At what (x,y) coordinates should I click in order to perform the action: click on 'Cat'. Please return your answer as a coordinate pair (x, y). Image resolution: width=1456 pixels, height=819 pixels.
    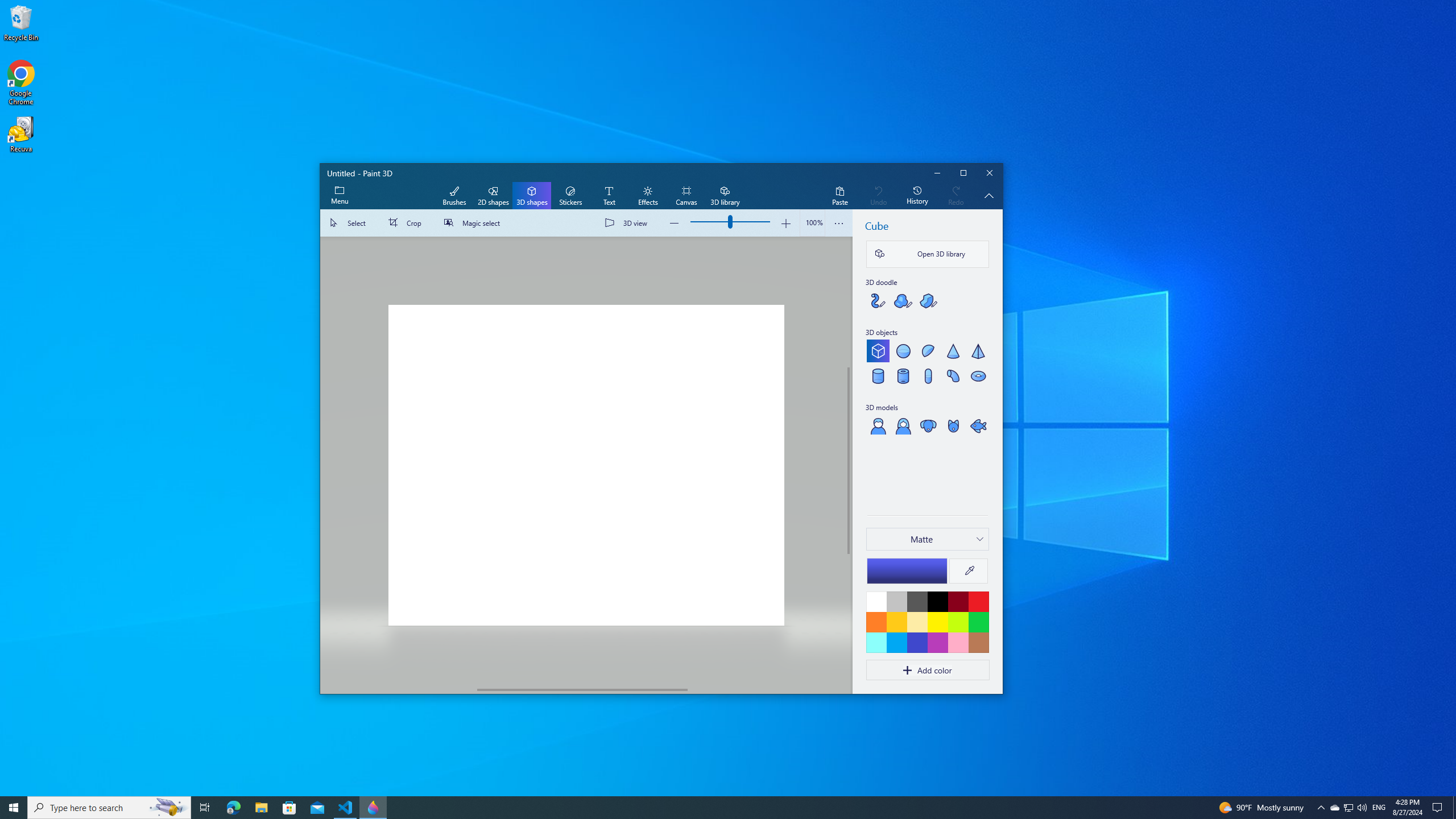
    Looking at the image, I should click on (953, 425).